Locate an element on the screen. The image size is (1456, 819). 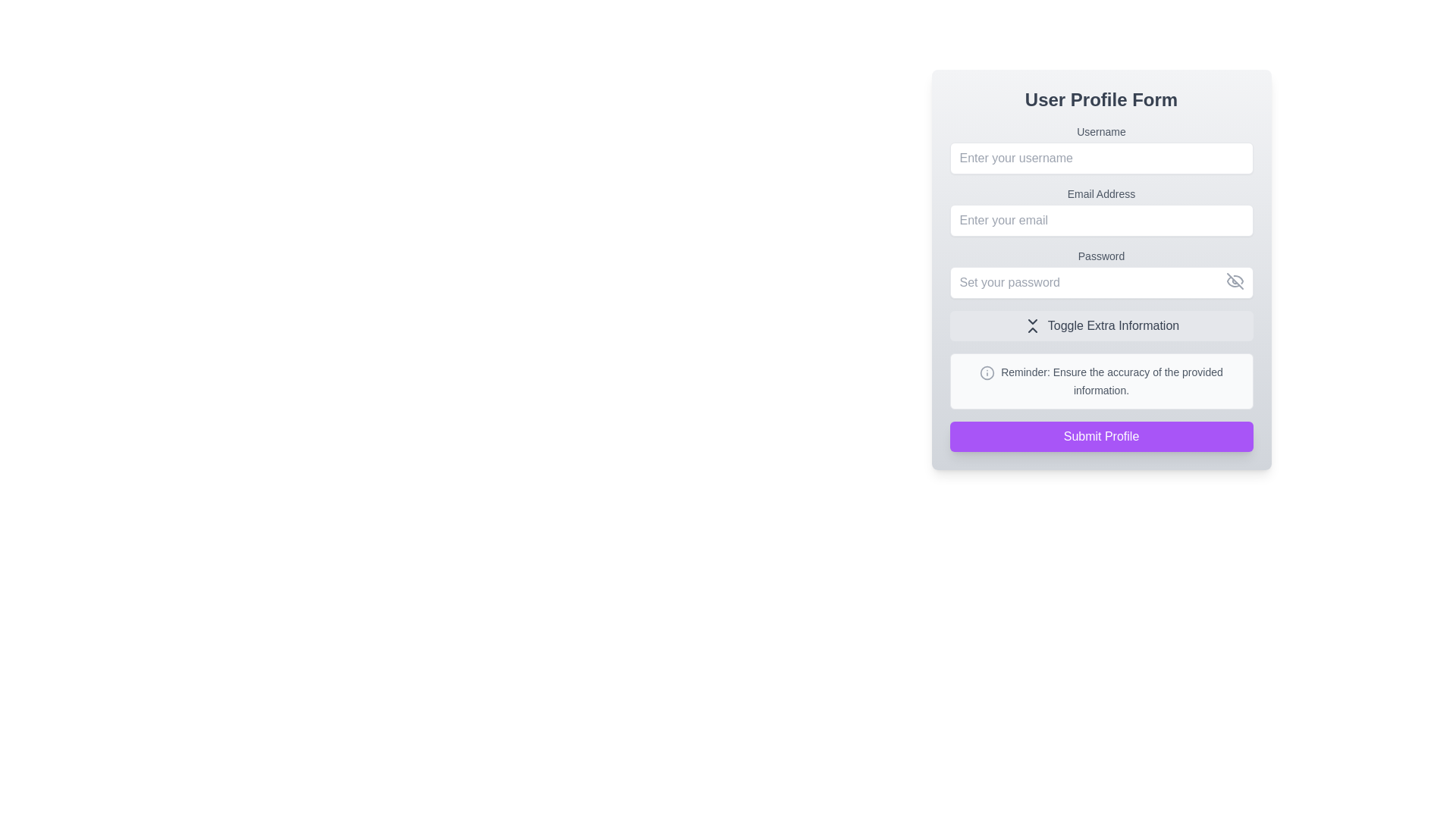
the curvilinear segment resembling part of an eye icon, located on the rightmost side among its sibling paths in the SVG is located at coordinates (1238, 279).